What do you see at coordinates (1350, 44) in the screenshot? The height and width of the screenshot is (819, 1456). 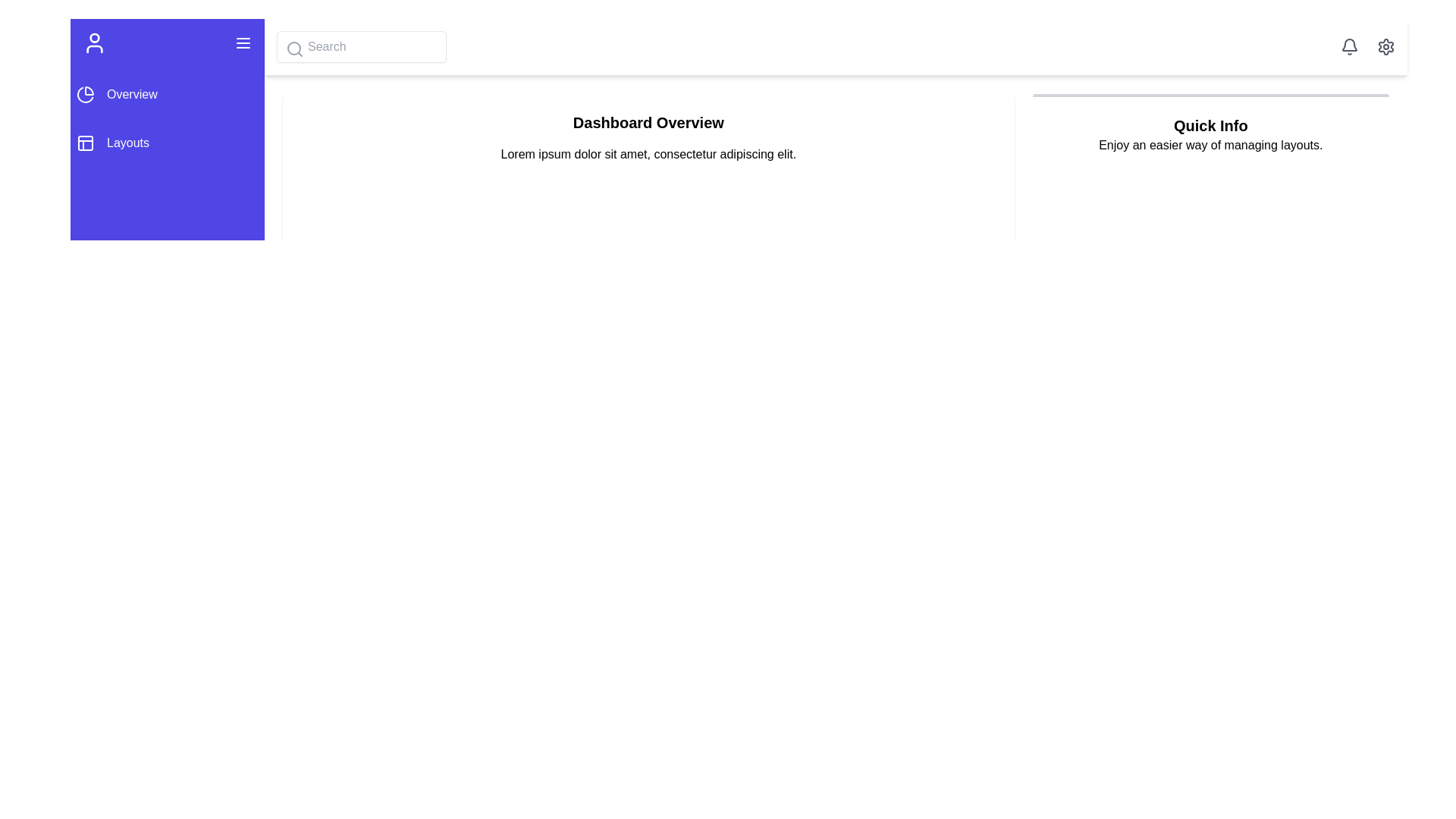 I see `the notification icon located in the top-right corner of the interface, adjacent to the gear icon` at bounding box center [1350, 44].